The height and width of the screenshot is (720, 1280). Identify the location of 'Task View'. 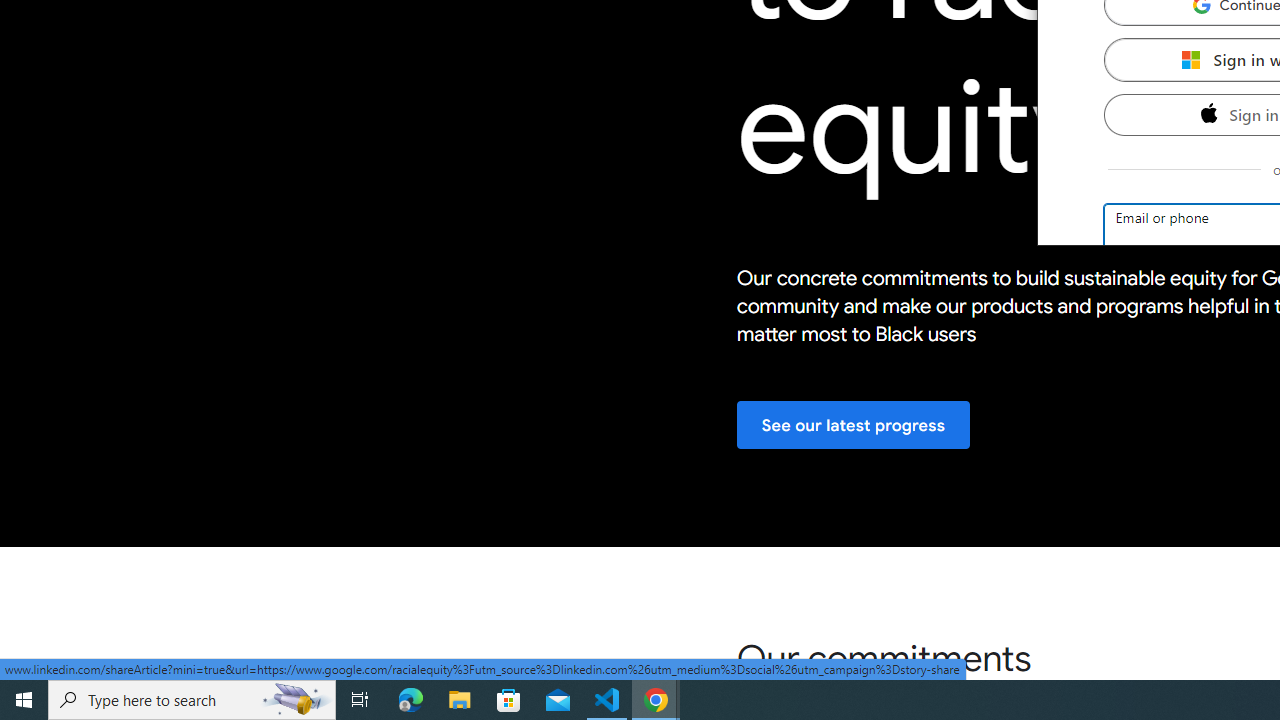
(359, 698).